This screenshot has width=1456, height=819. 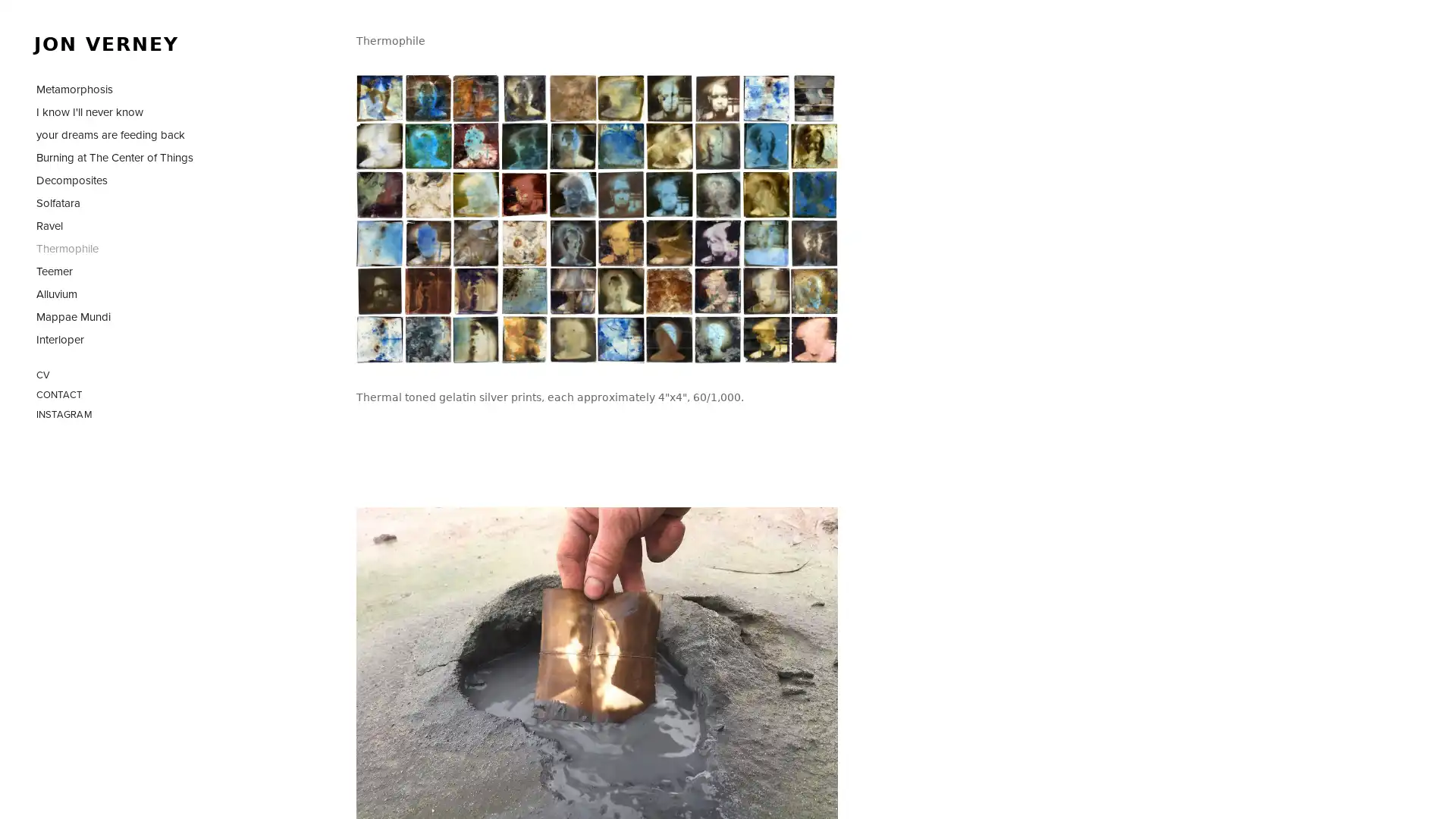 I want to click on View fullsize jon_verney_thermophile_49.jpg, so click(x=426, y=338).